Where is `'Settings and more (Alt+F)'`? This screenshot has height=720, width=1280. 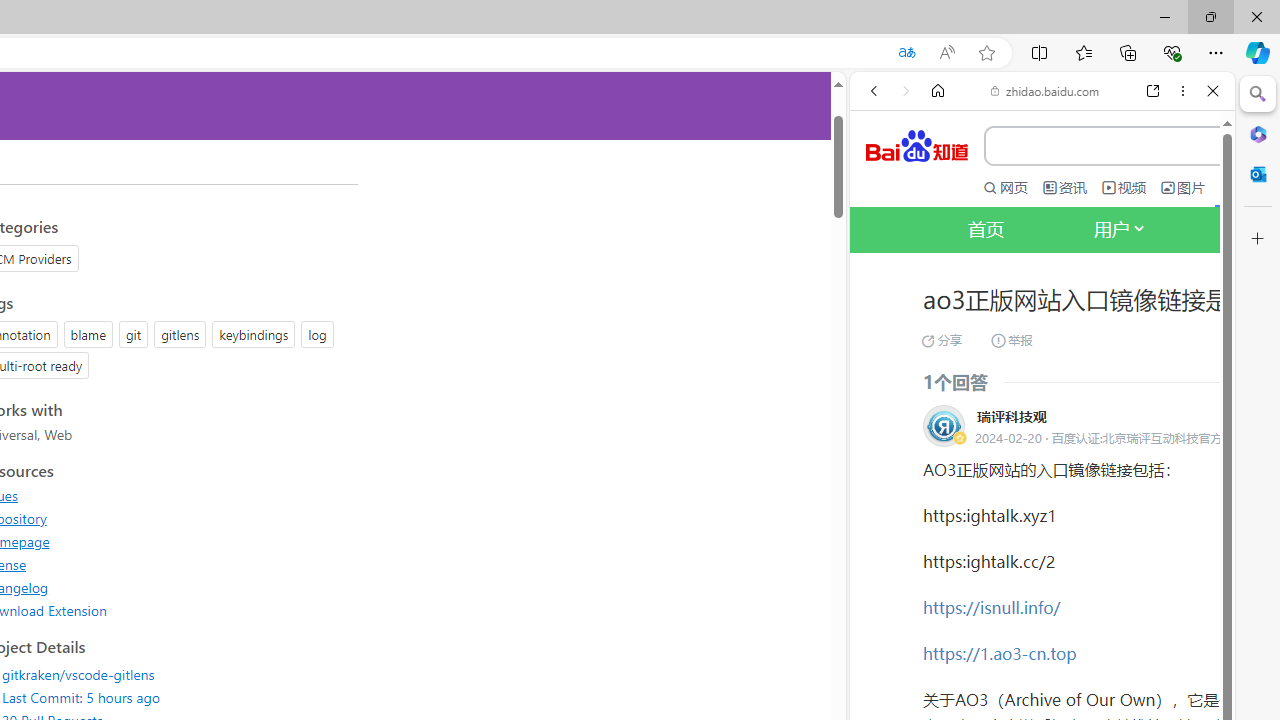 'Settings and more (Alt+F)' is located at coordinates (1215, 51).